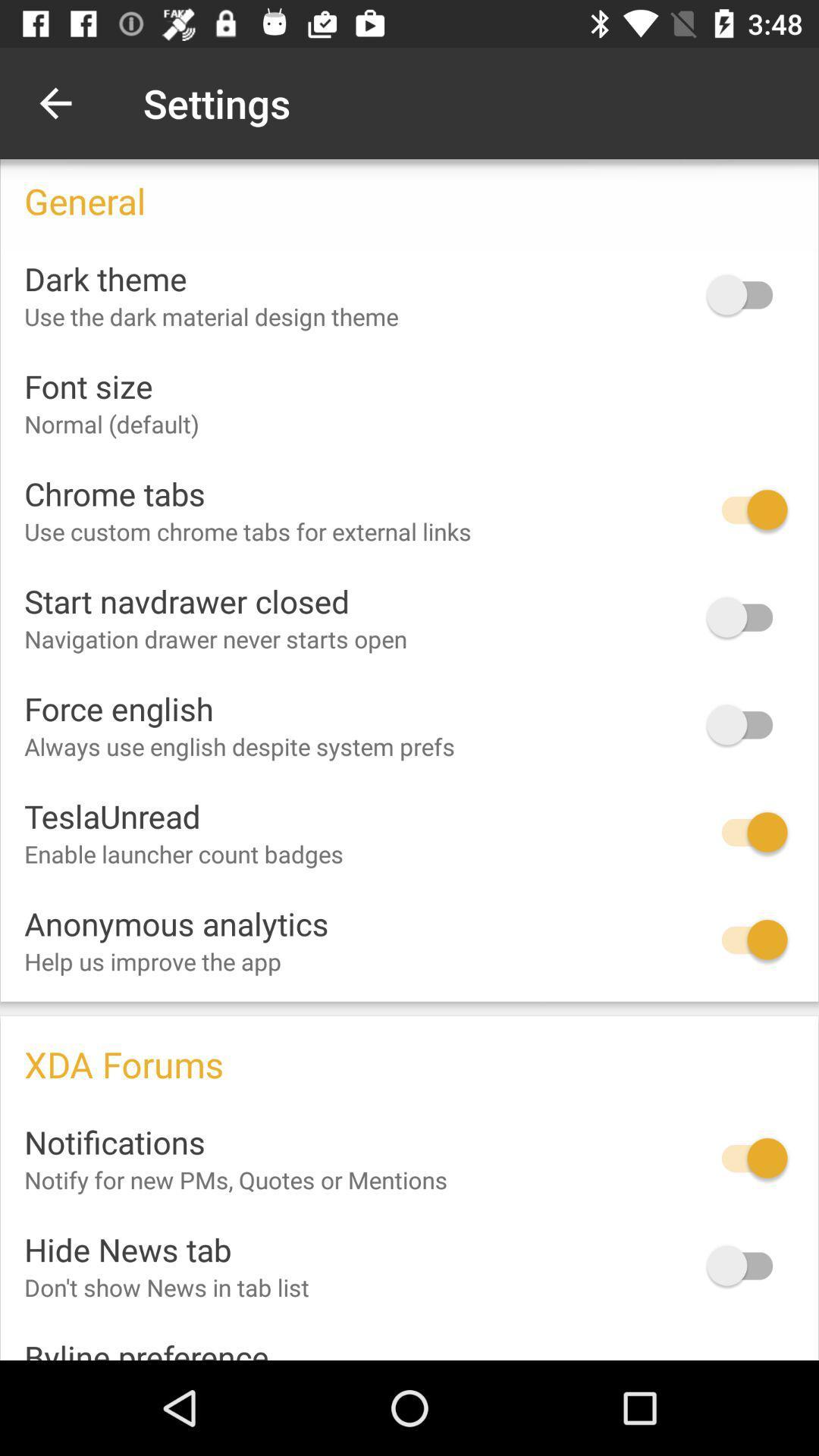 The width and height of the screenshot is (819, 1456). I want to click on option, so click(746, 831).